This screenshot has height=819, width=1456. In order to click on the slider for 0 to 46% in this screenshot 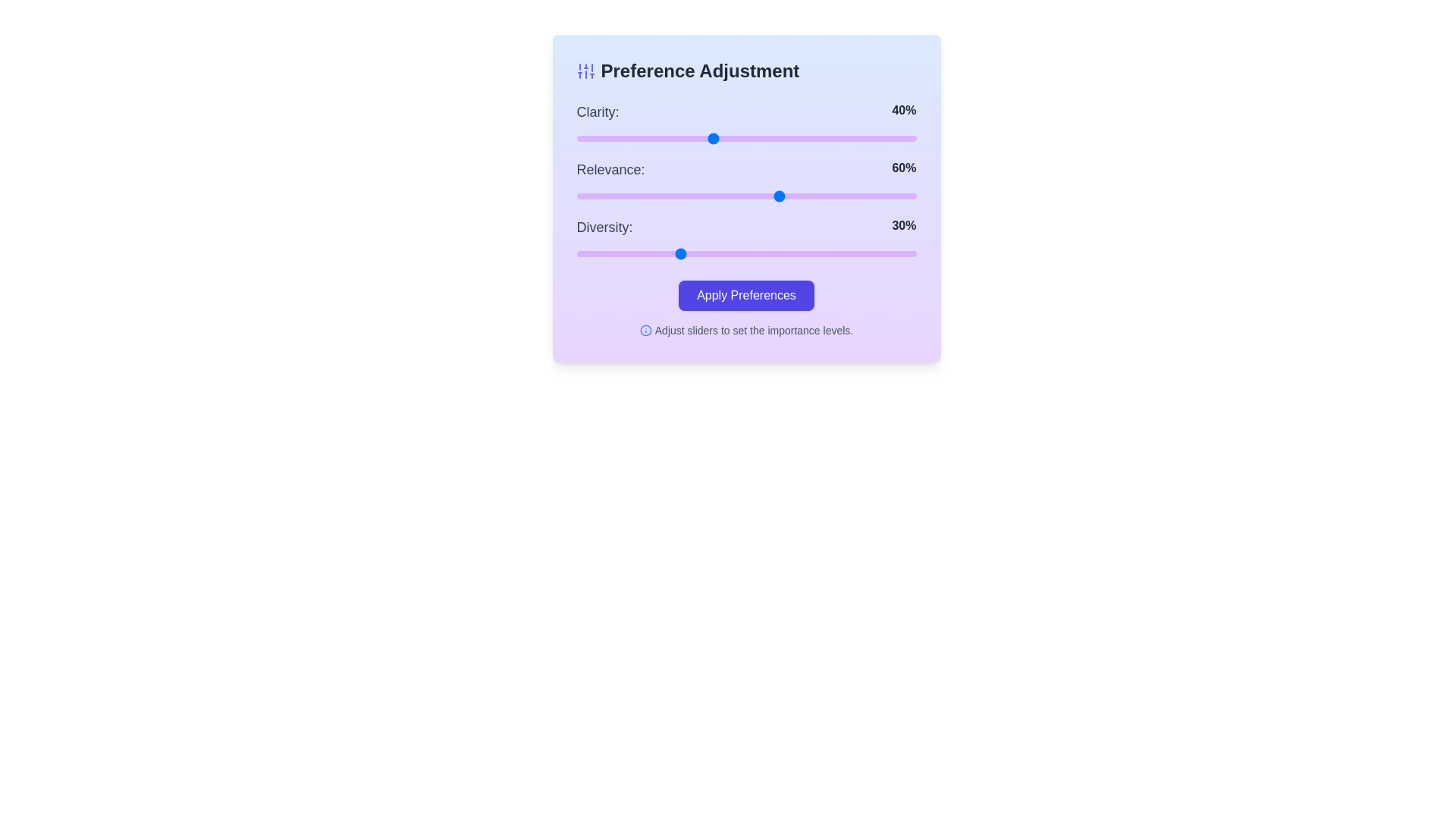, I will do `click(733, 138)`.